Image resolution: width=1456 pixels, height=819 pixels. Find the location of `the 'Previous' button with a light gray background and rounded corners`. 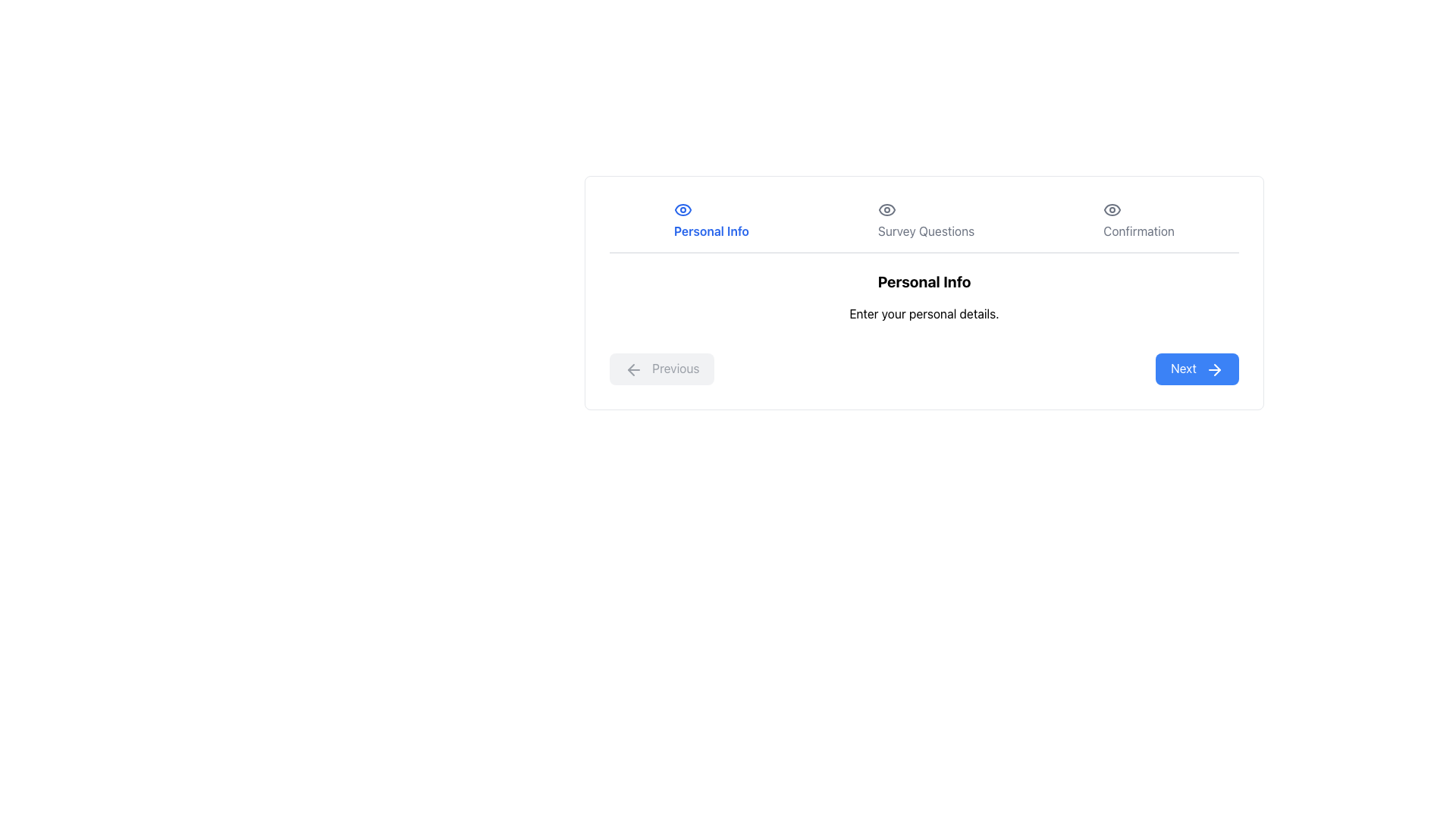

the 'Previous' button with a light gray background and rounded corners is located at coordinates (662, 369).